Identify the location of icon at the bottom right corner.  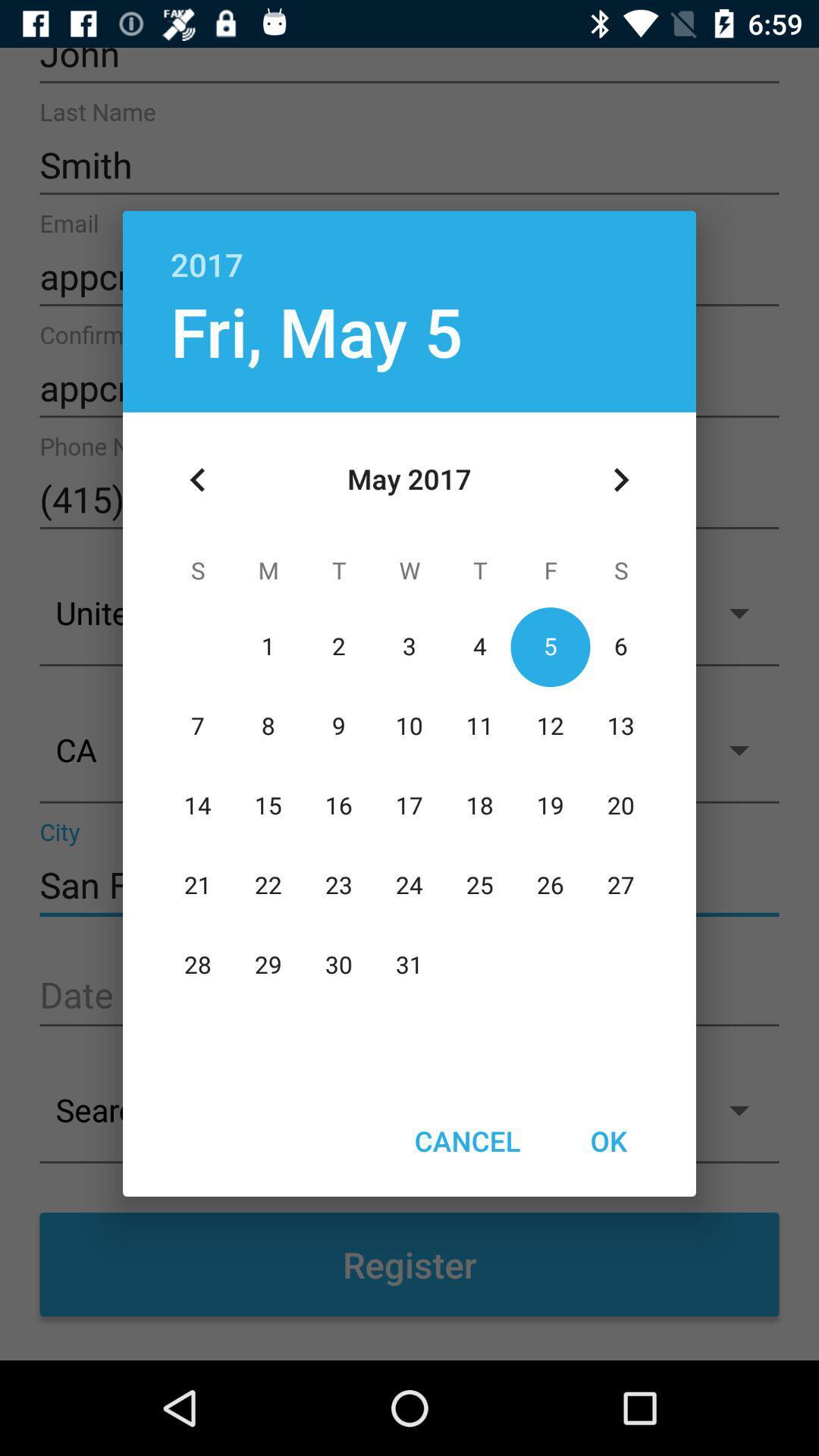
(607, 1141).